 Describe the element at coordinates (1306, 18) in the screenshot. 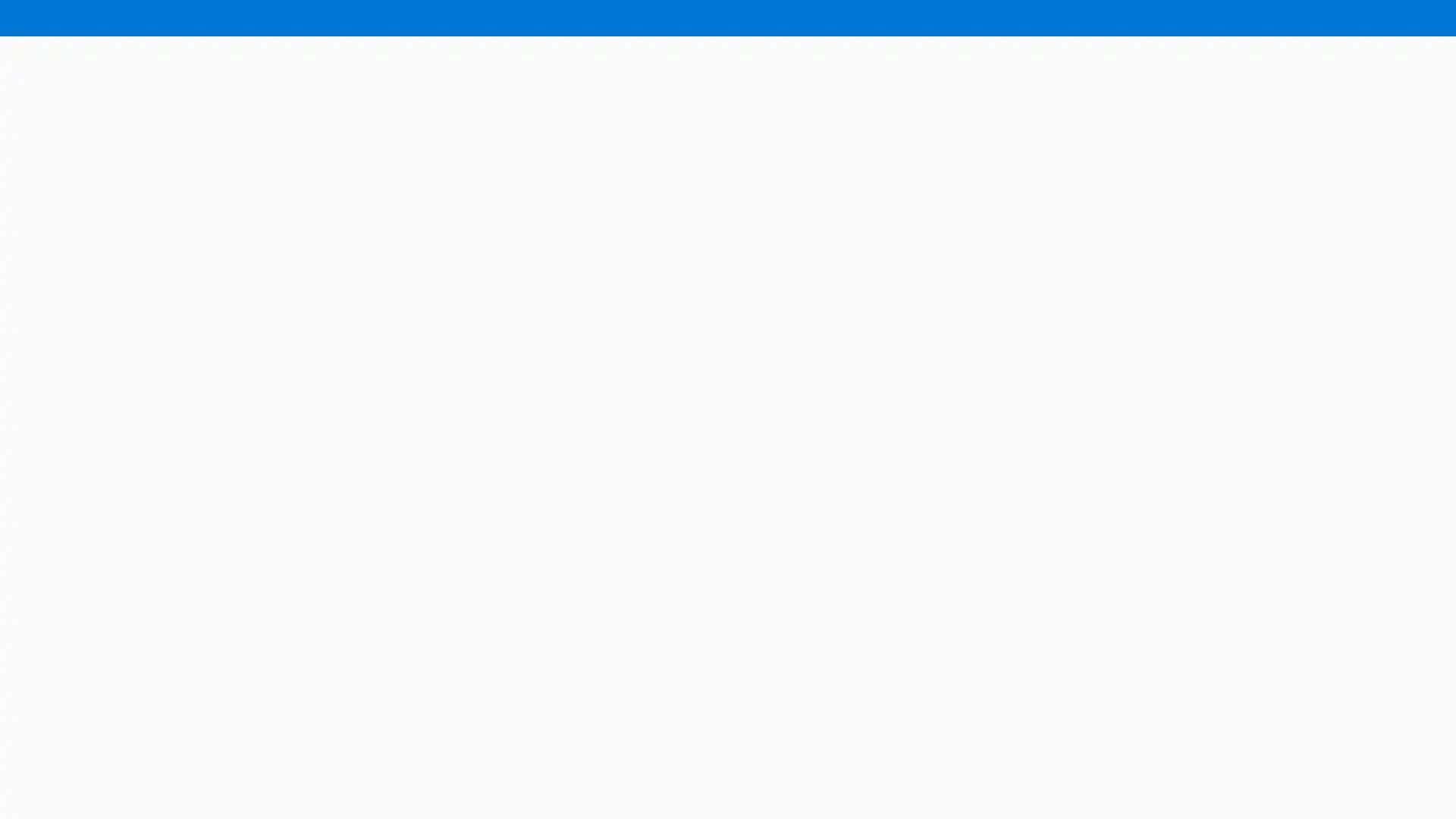

I see `Sign In` at that location.